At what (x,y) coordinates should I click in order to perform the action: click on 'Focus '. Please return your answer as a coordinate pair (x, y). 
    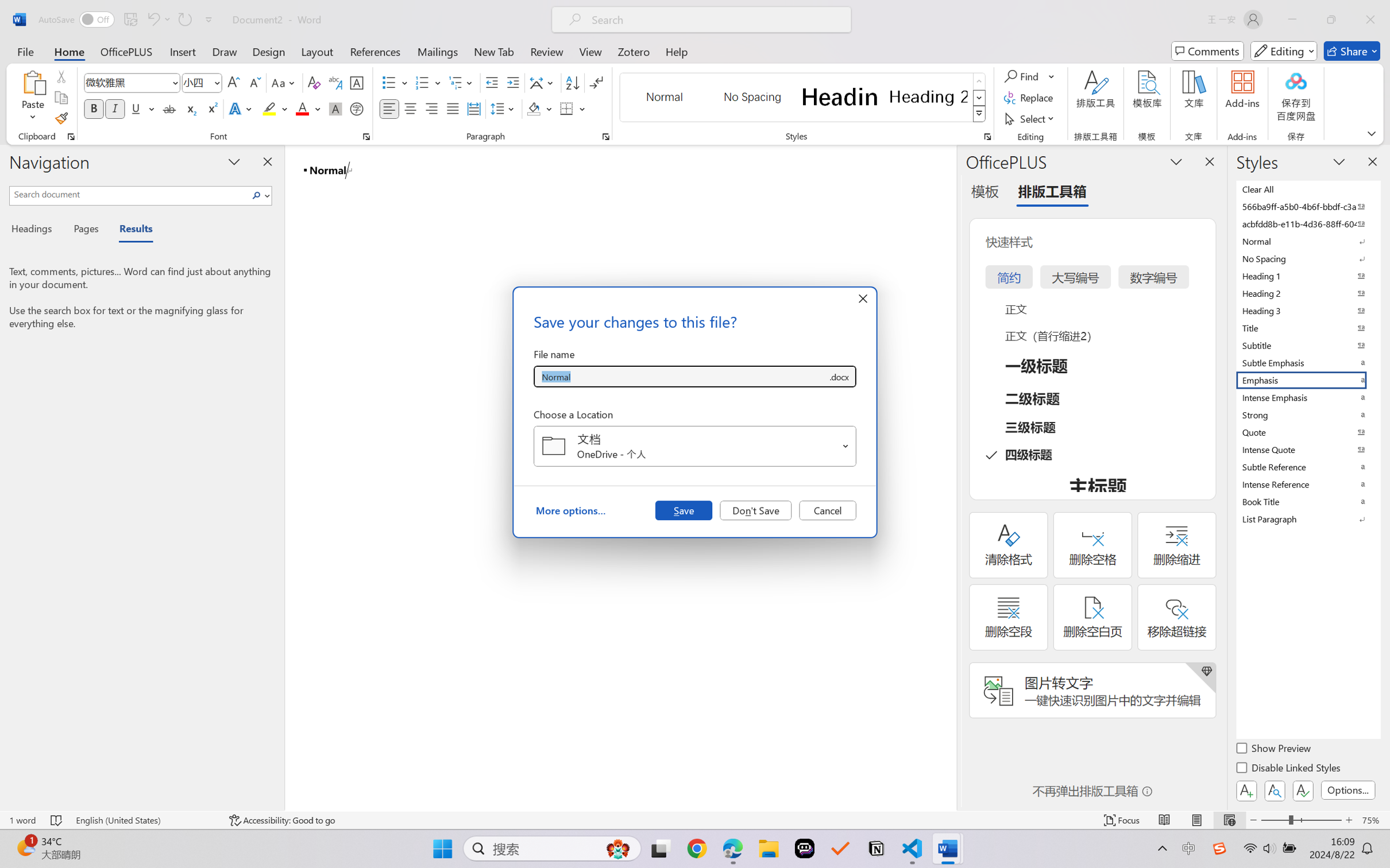
    Looking at the image, I should click on (1122, 820).